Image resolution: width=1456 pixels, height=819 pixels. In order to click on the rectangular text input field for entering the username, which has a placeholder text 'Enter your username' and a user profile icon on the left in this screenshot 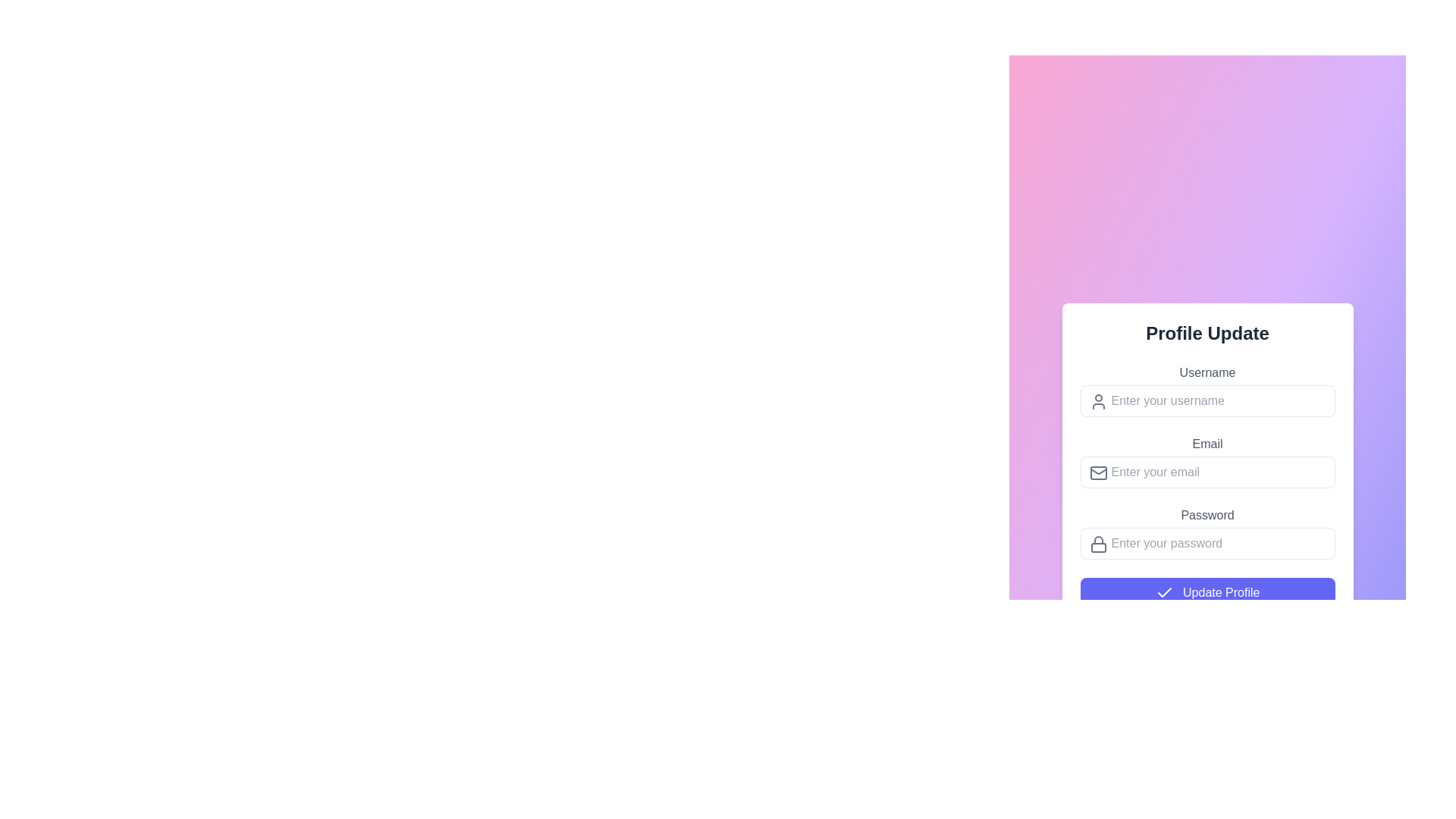, I will do `click(1207, 400)`.